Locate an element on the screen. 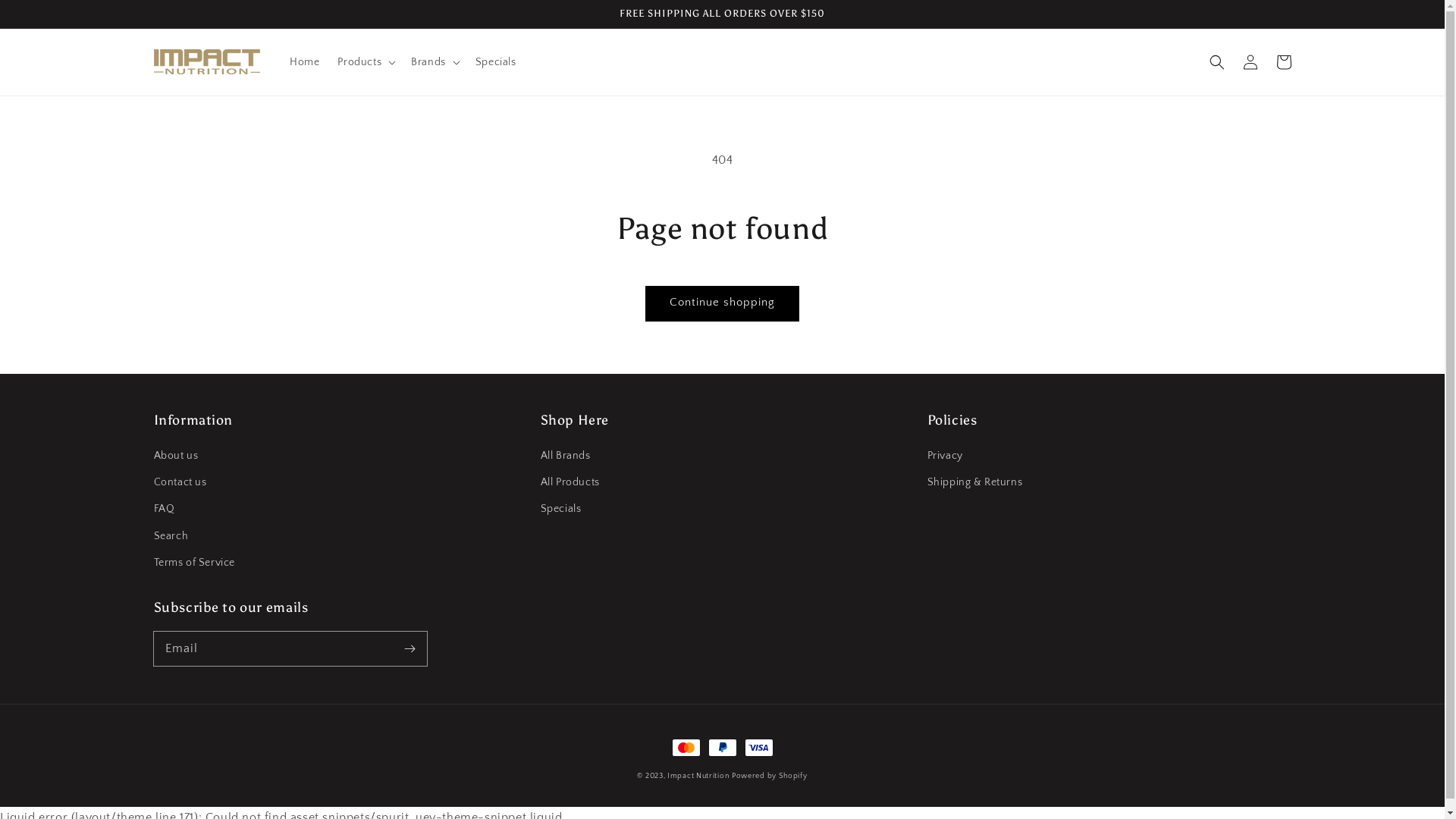 Image resolution: width=1456 pixels, height=819 pixels. 'Log in' is located at coordinates (1249, 61).